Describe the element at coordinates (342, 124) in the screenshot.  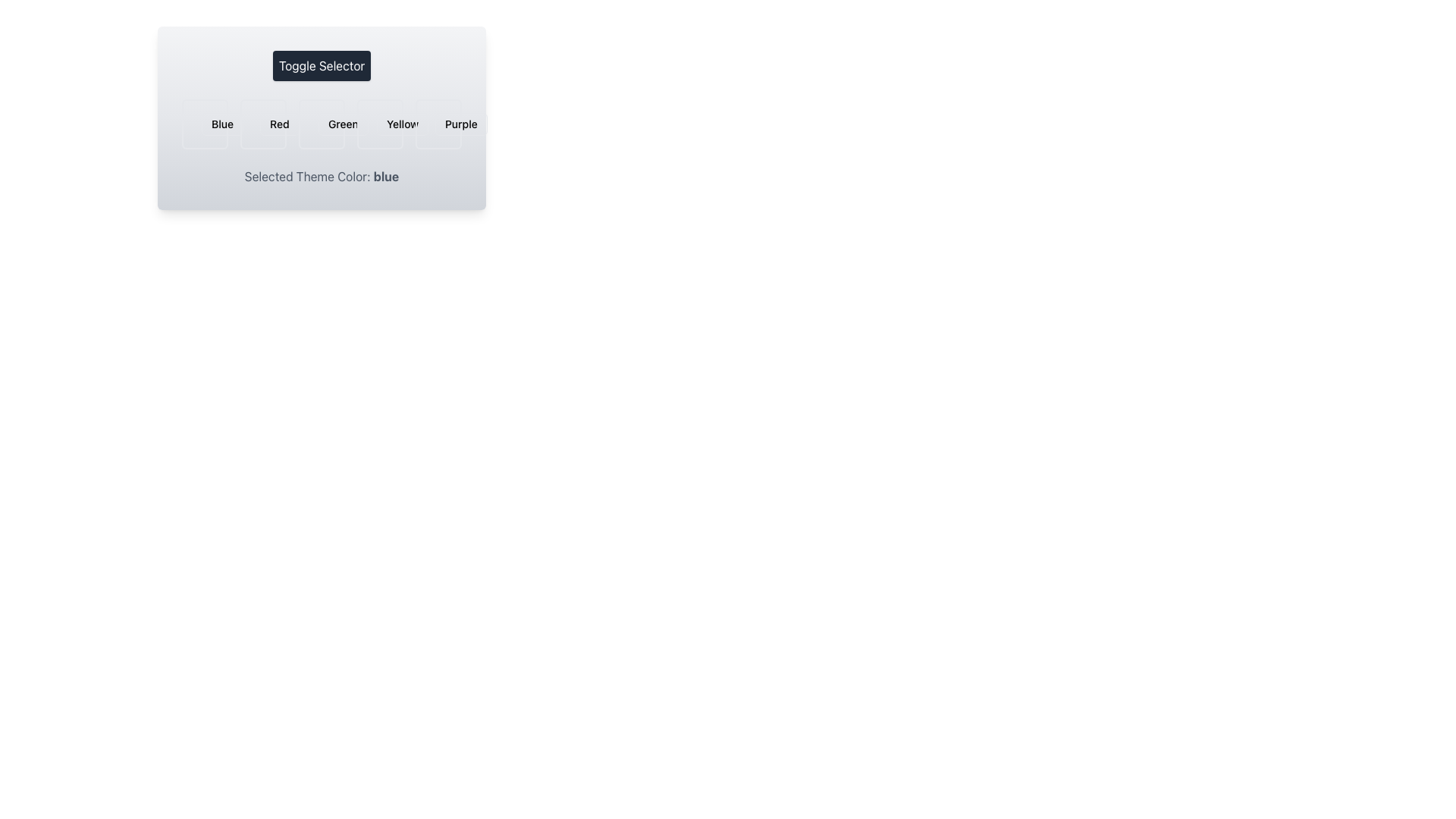
I see `the 'Green' theme toggle button located centrally between the 'Red' and 'Yellow' buttons in the color selector interface` at that location.